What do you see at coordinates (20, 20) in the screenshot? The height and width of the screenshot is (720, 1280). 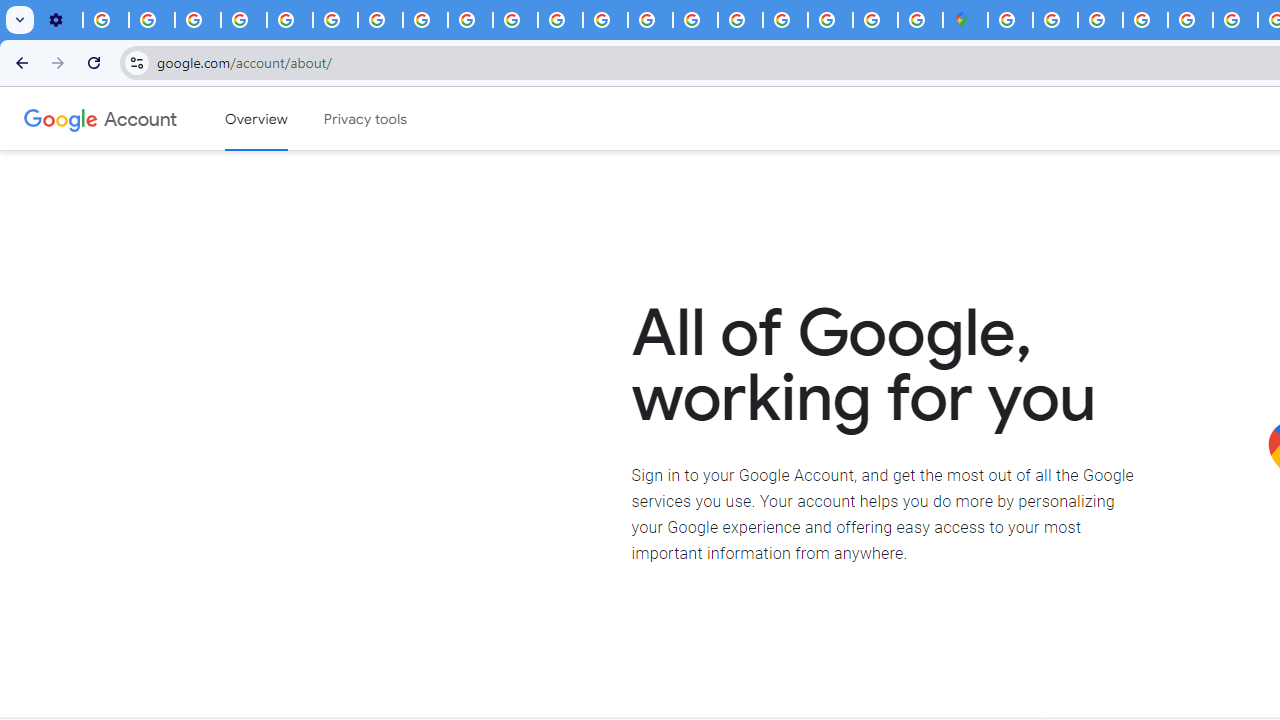 I see `'Search tabs'` at bounding box center [20, 20].